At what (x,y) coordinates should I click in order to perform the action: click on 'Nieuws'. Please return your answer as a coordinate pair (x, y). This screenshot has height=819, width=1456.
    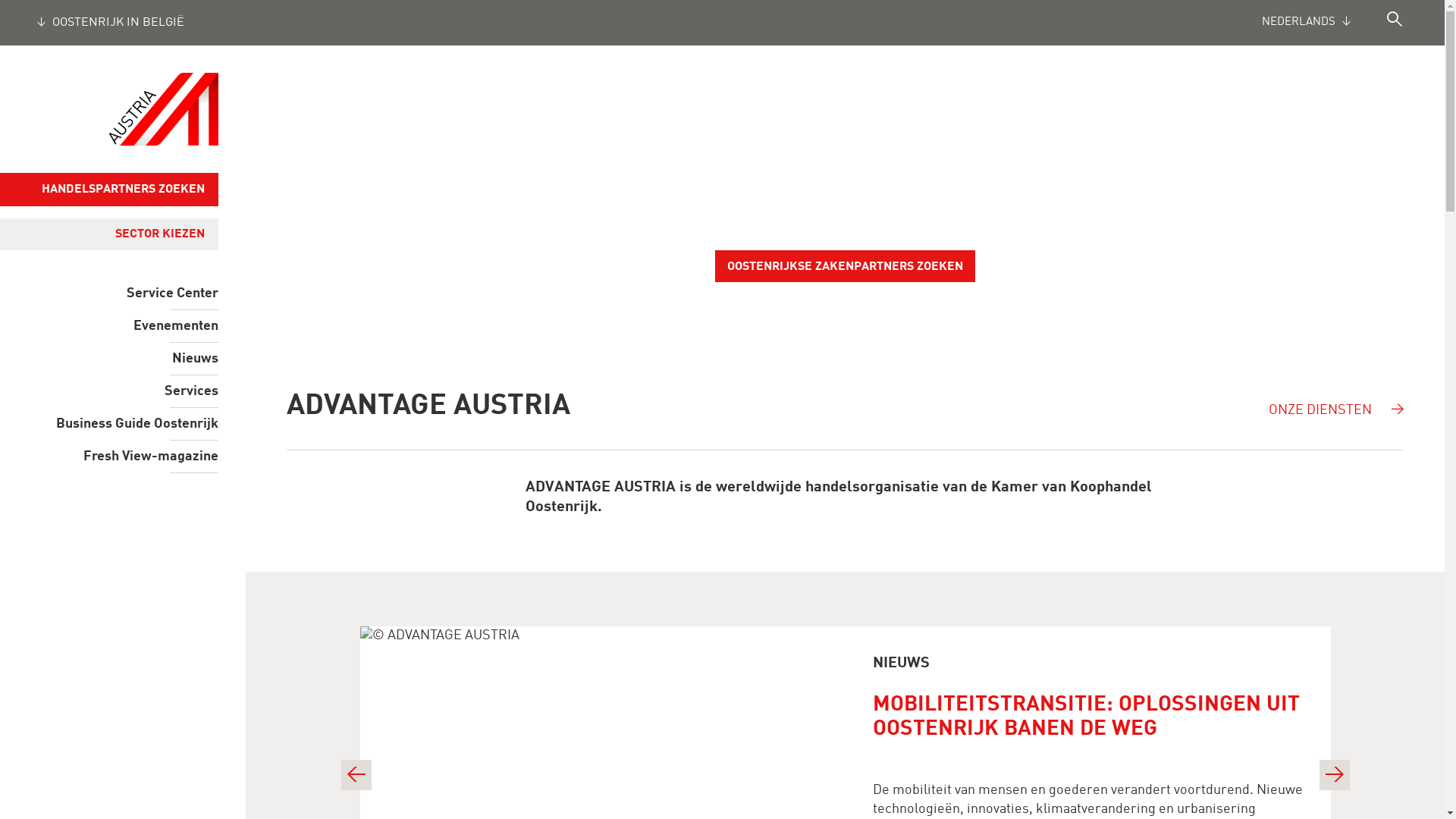
    Looking at the image, I should click on (108, 359).